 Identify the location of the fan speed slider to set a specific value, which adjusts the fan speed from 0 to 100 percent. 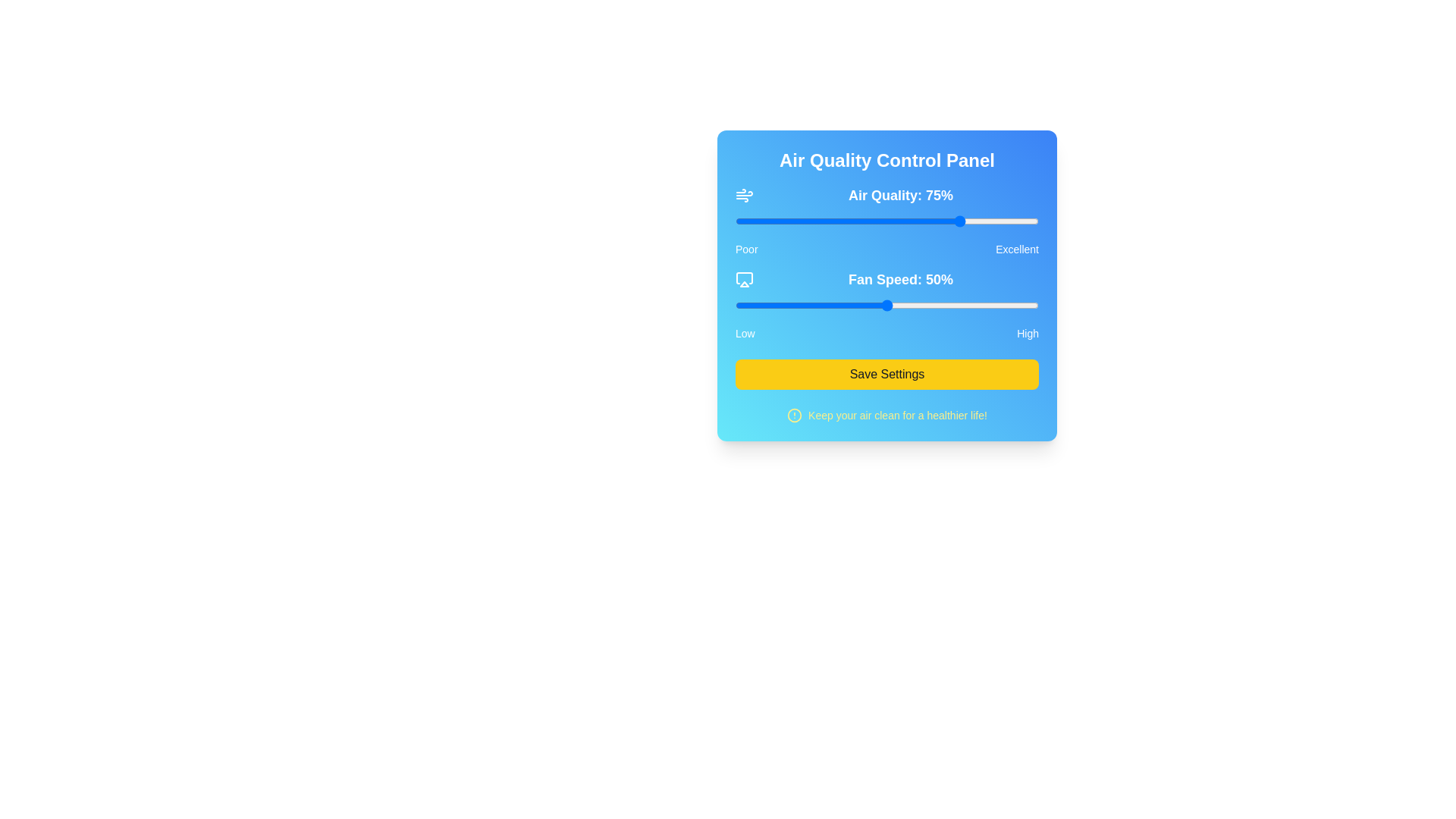
(887, 305).